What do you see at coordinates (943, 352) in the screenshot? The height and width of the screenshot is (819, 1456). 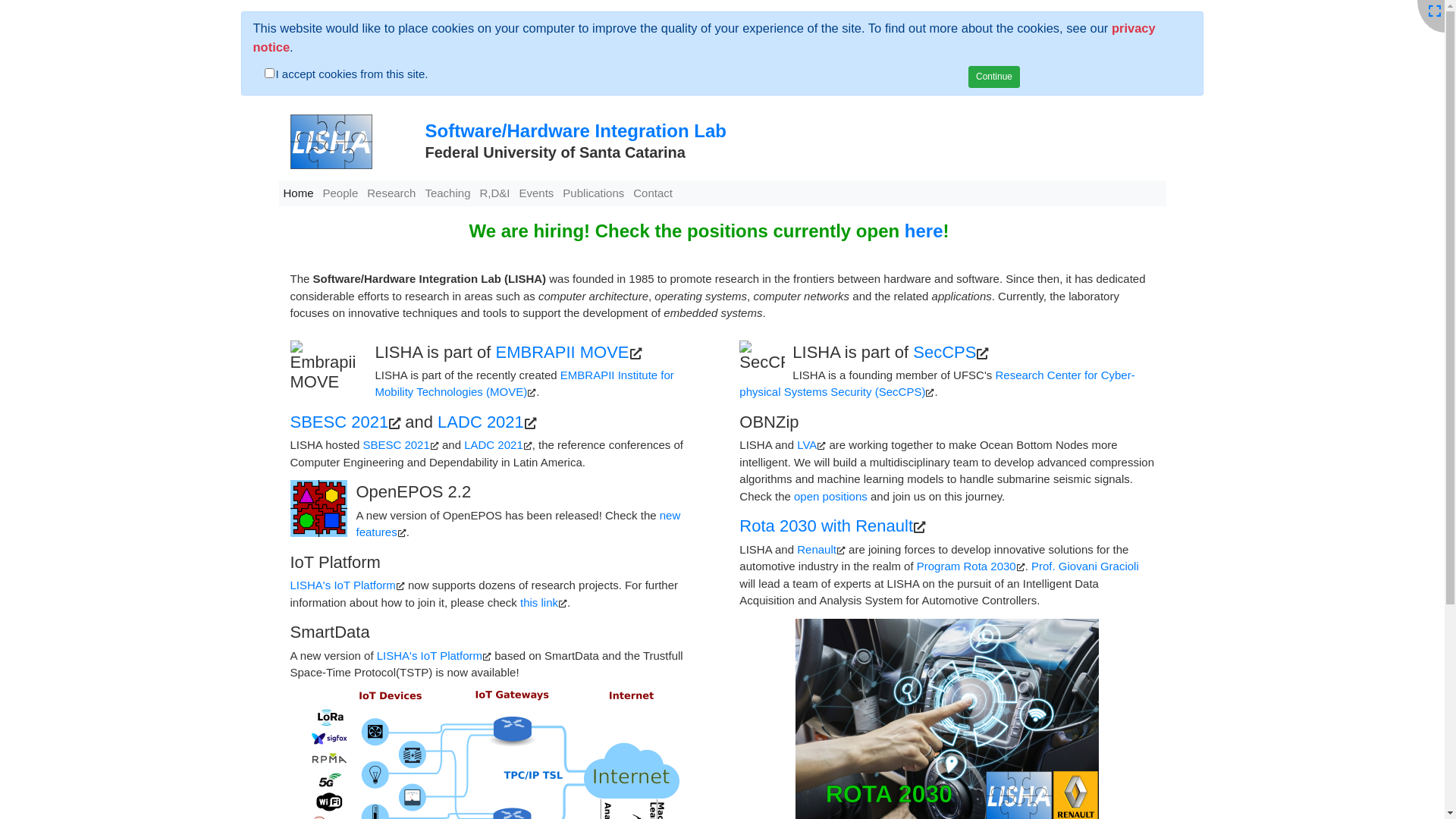 I see `'SecCPS'` at bounding box center [943, 352].